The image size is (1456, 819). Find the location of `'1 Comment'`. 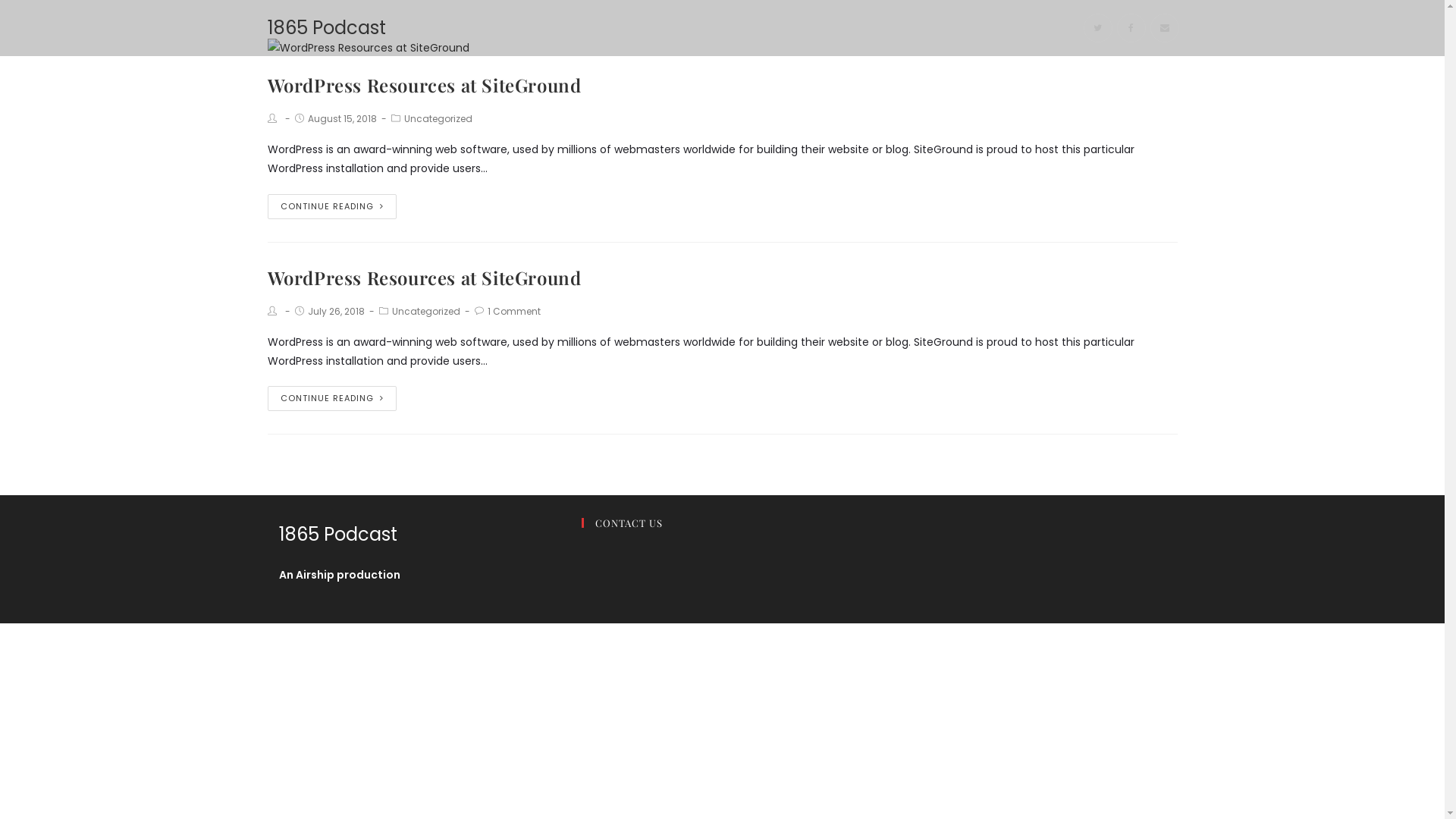

'1 Comment' is located at coordinates (513, 310).